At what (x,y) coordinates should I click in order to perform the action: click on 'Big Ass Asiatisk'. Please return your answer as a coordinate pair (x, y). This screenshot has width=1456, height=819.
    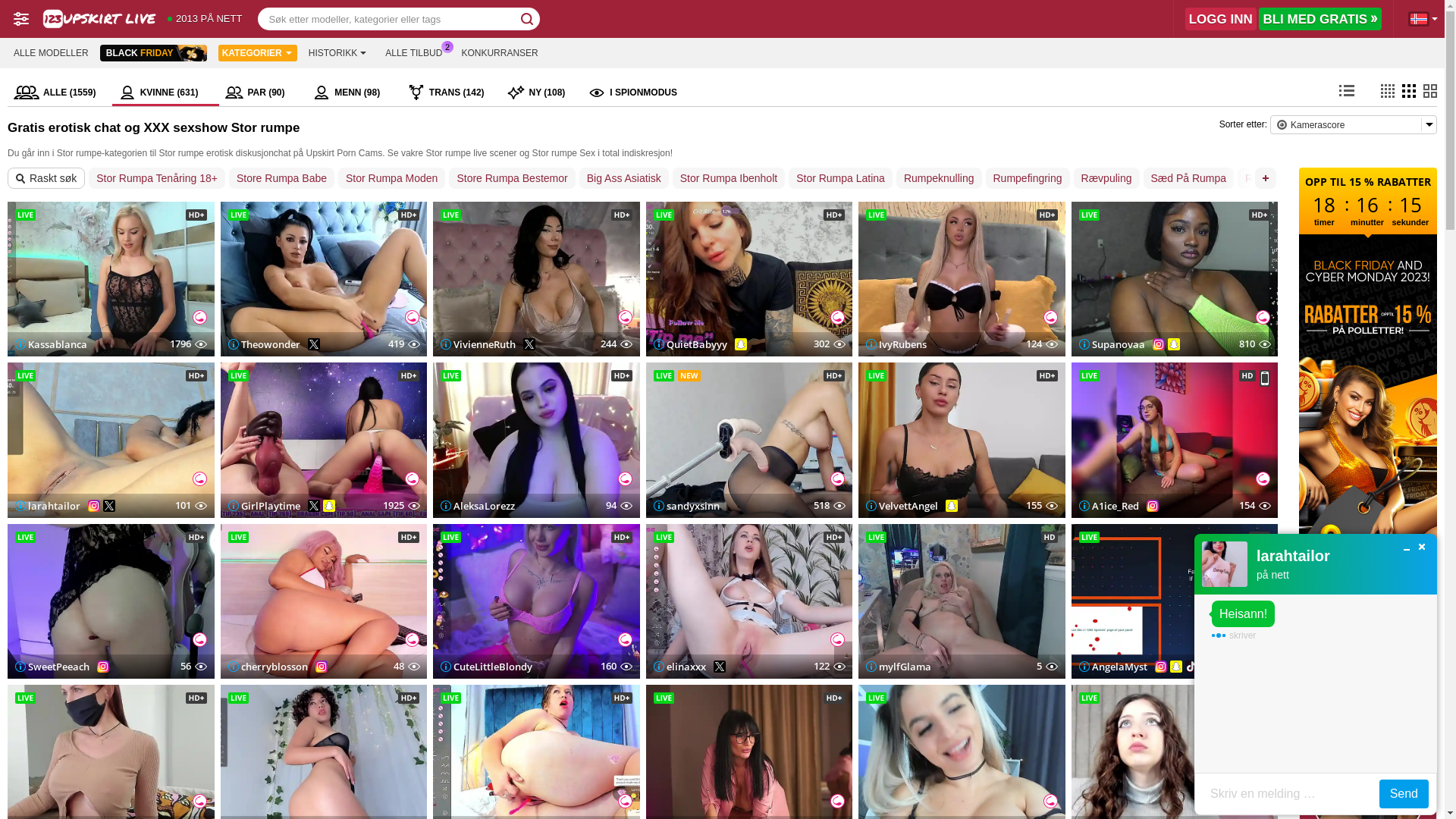
    Looking at the image, I should click on (623, 177).